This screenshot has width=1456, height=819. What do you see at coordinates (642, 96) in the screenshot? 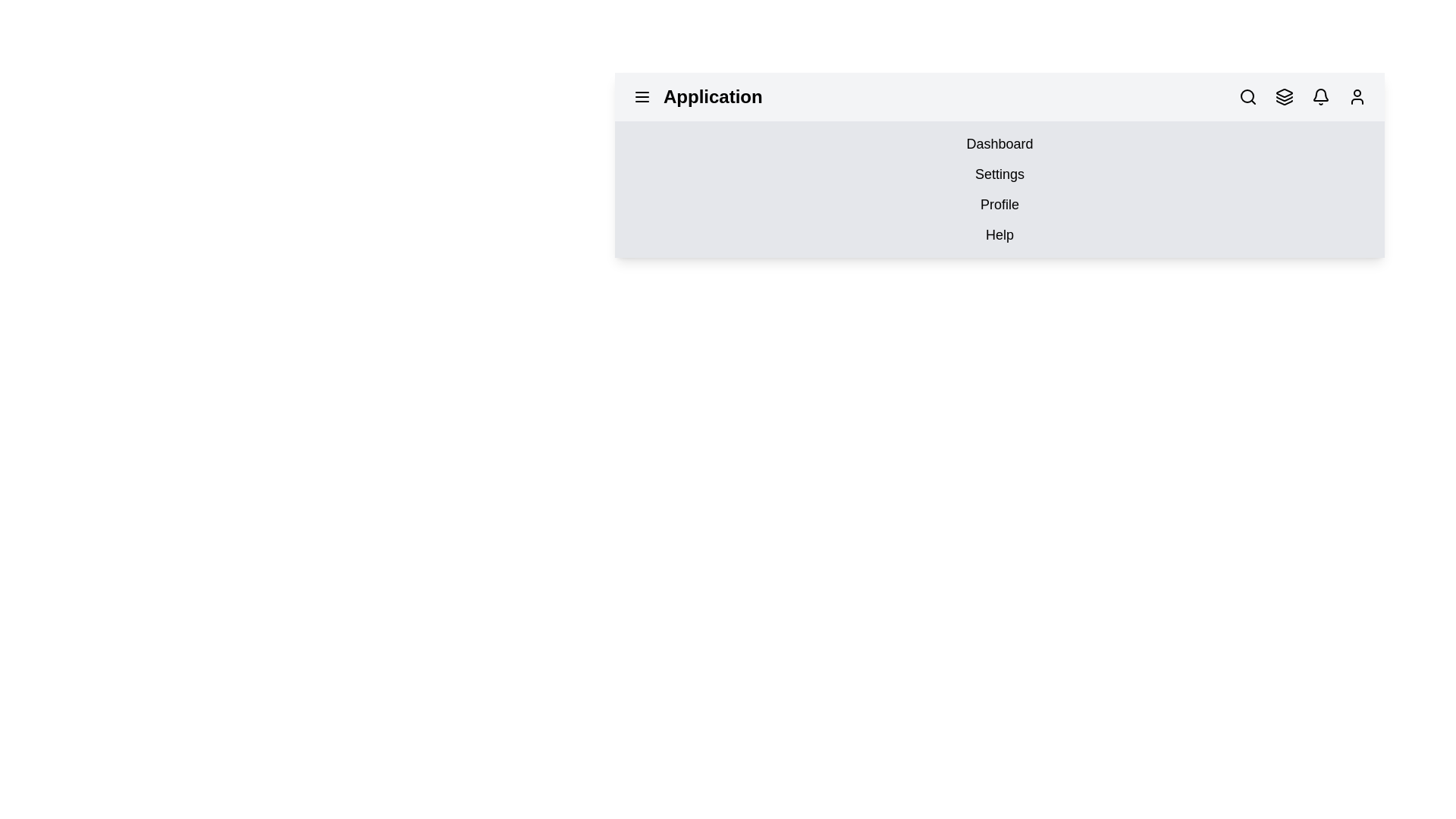
I see `the menu icon to toggle the visibility of the menu` at bounding box center [642, 96].